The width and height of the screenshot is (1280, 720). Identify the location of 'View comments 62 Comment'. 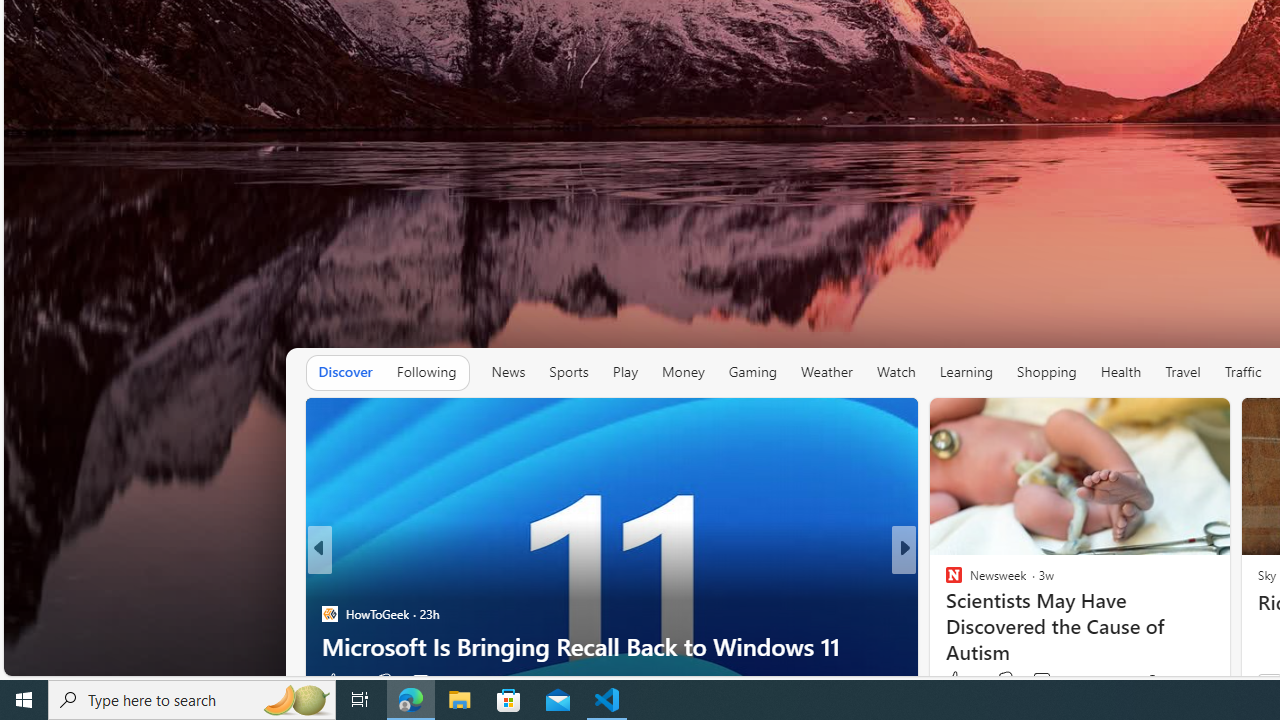
(1044, 680).